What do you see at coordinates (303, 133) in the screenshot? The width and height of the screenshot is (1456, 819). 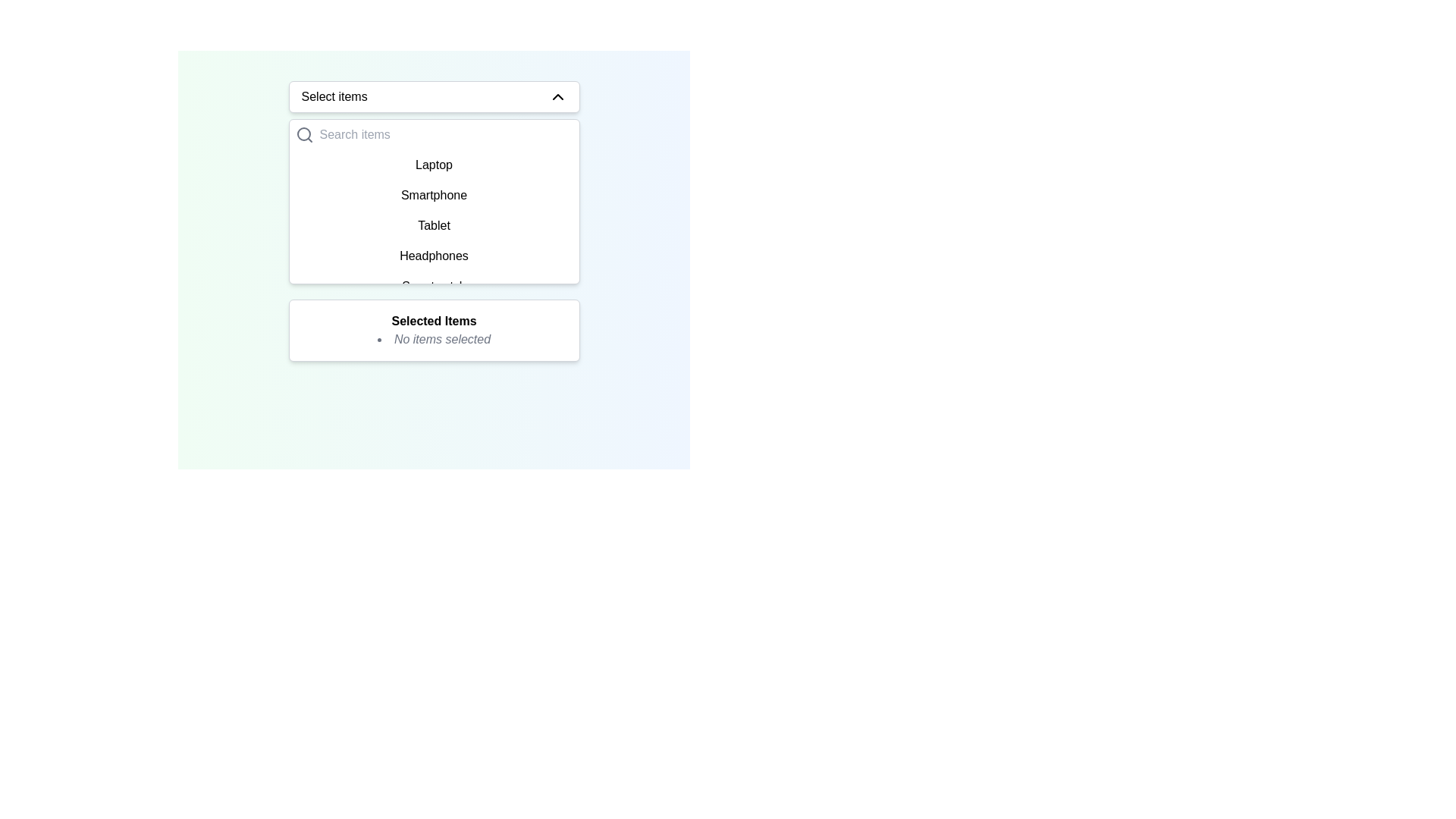 I see `the small circular magnifying glass icon used for search, located to the left of the input field in the dropdown interface` at bounding box center [303, 133].